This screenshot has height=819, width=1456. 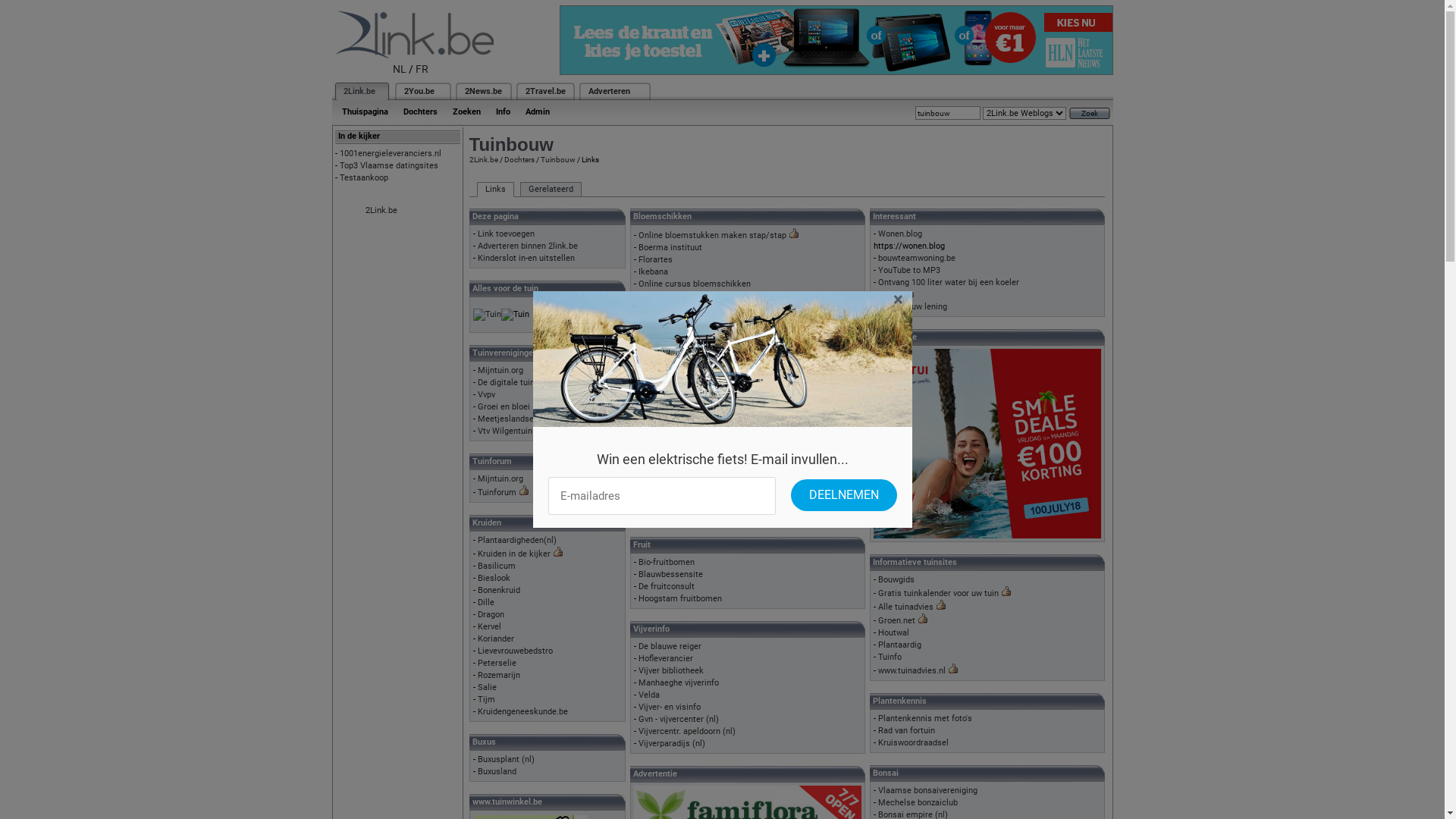 What do you see at coordinates (912, 742) in the screenshot?
I see `'Kruiswoordraadsel'` at bounding box center [912, 742].